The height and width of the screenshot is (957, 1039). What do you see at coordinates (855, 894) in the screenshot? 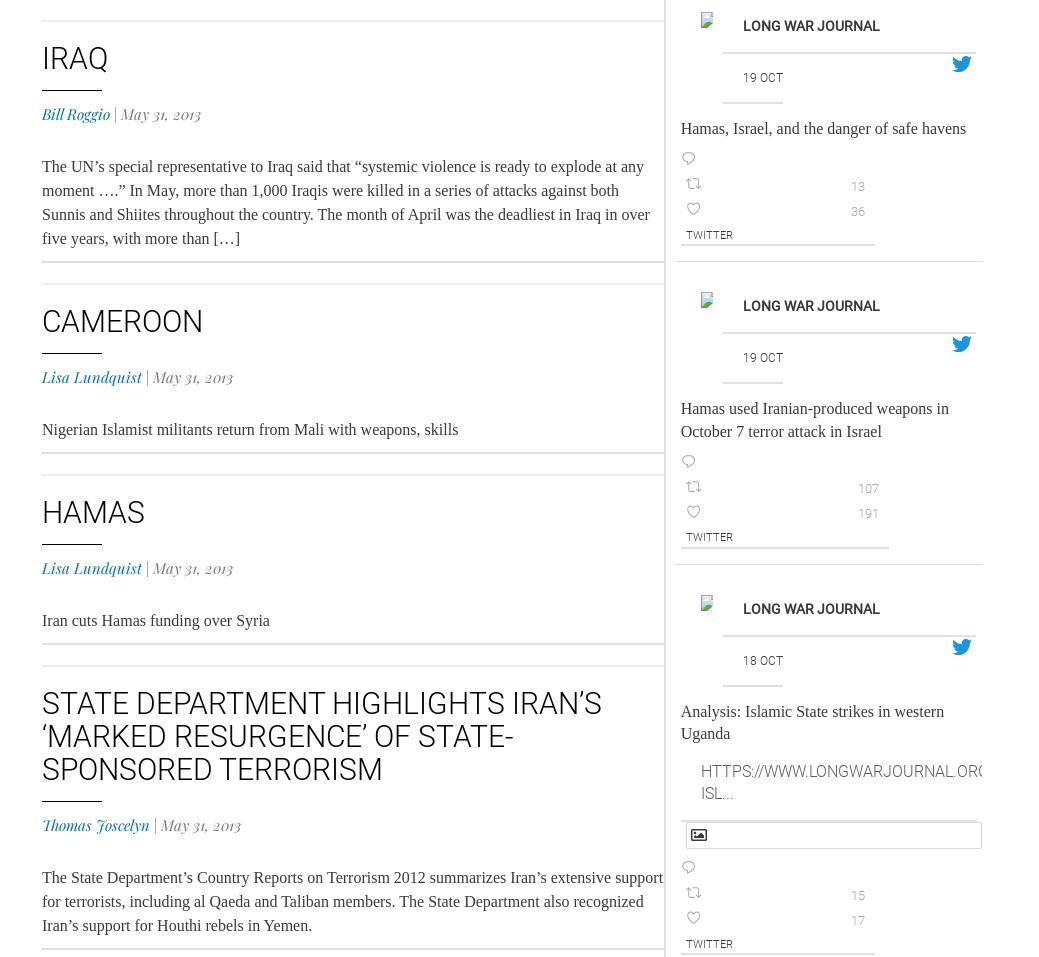
I see `'15'` at bounding box center [855, 894].